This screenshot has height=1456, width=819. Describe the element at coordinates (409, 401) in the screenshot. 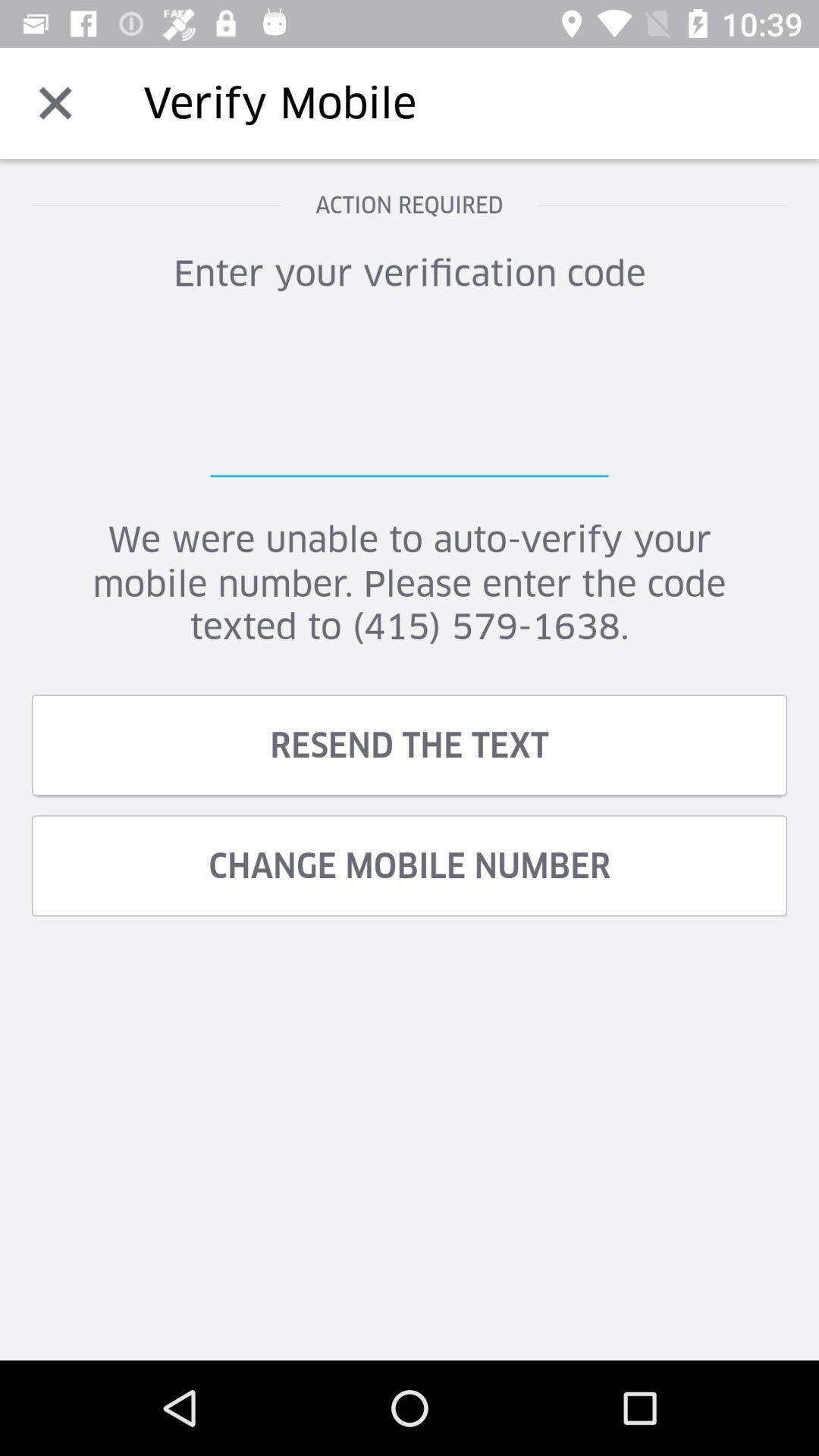

I see `icon above the we were unable item` at that location.